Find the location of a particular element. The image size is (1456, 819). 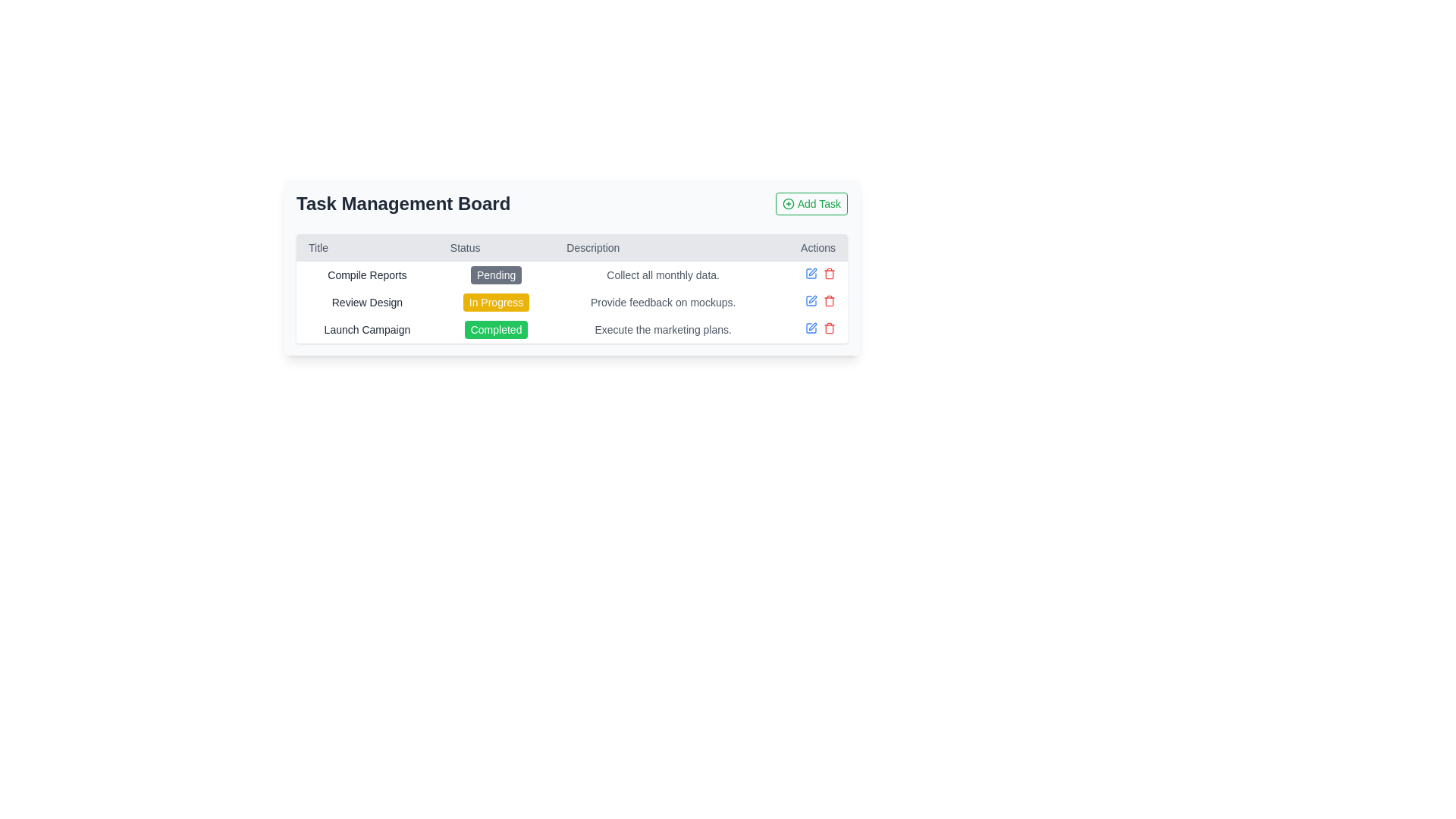

the status indicator for the task 'Compile Reports', which shows 'Pending' in the 'Status' column of the task management table is located at coordinates (496, 275).